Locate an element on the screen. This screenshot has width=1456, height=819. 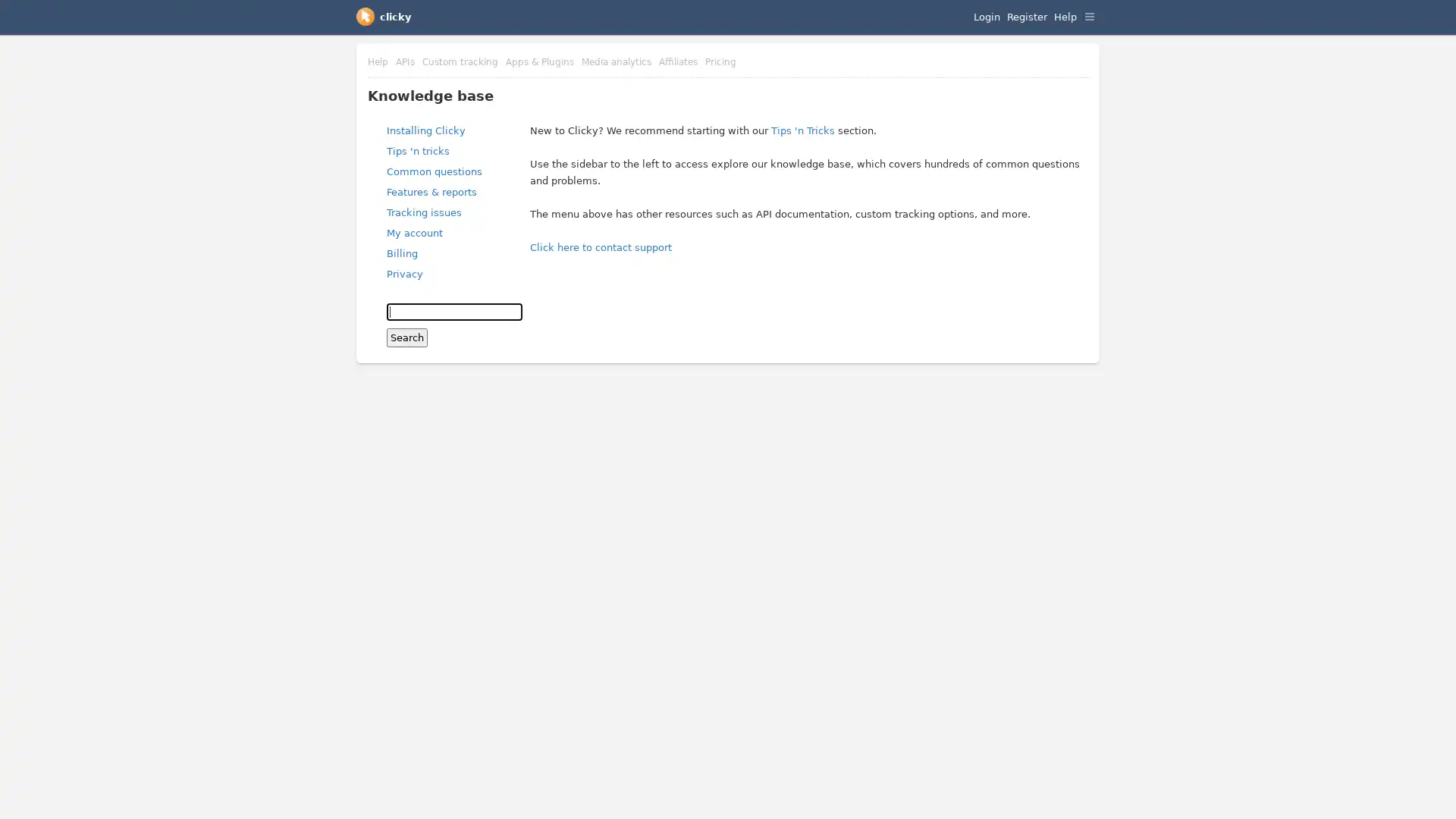
Search is located at coordinates (407, 336).